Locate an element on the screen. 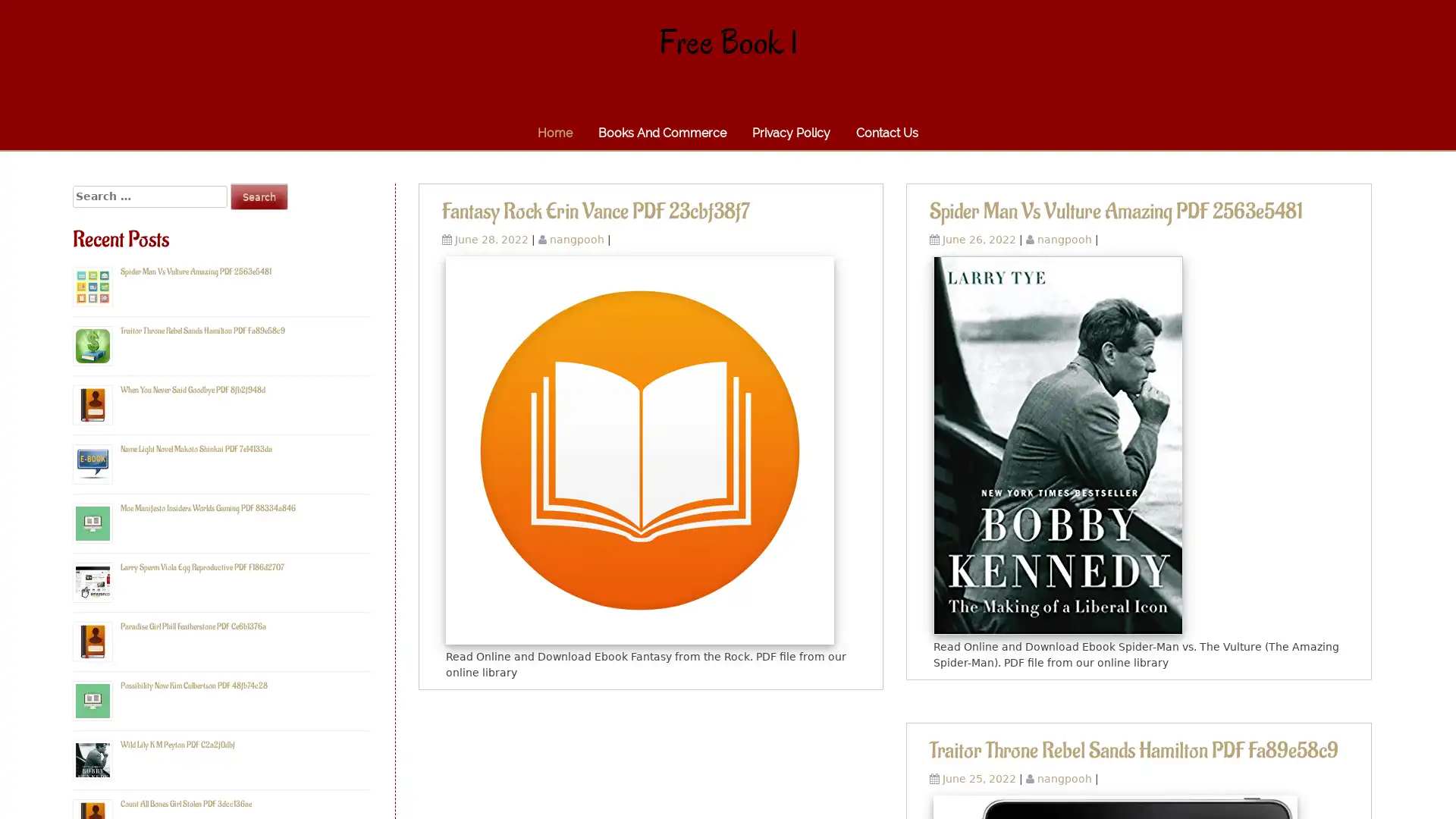 The image size is (1456, 819). Search is located at coordinates (259, 196).